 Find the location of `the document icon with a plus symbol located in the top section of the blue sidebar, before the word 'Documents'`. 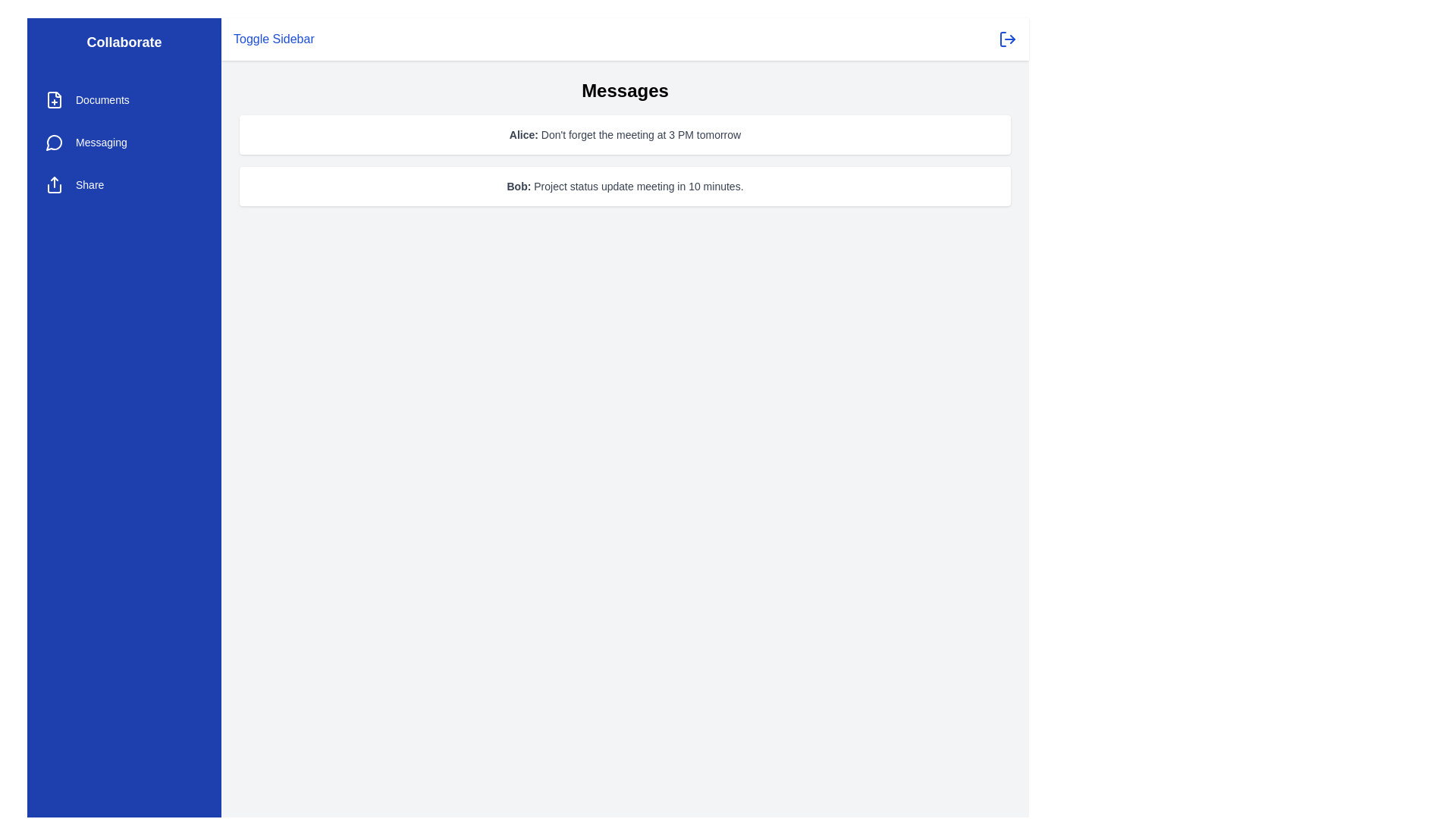

the document icon with a plus symbol located in the top section of the blue sidebar, before the word 'Documents' is located at coordinates (55, 99).